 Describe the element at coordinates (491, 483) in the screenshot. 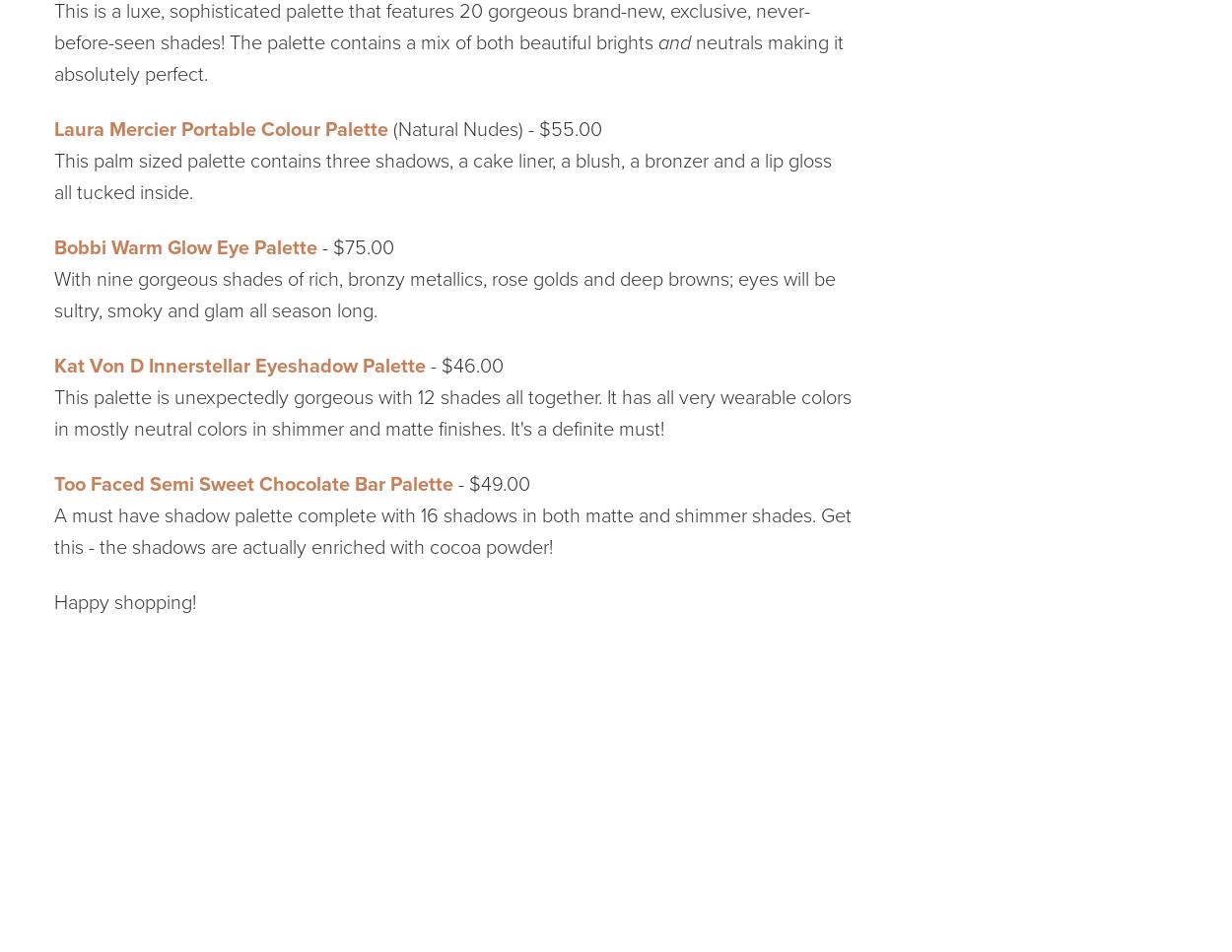

I see `'- $49.00'` at that location.